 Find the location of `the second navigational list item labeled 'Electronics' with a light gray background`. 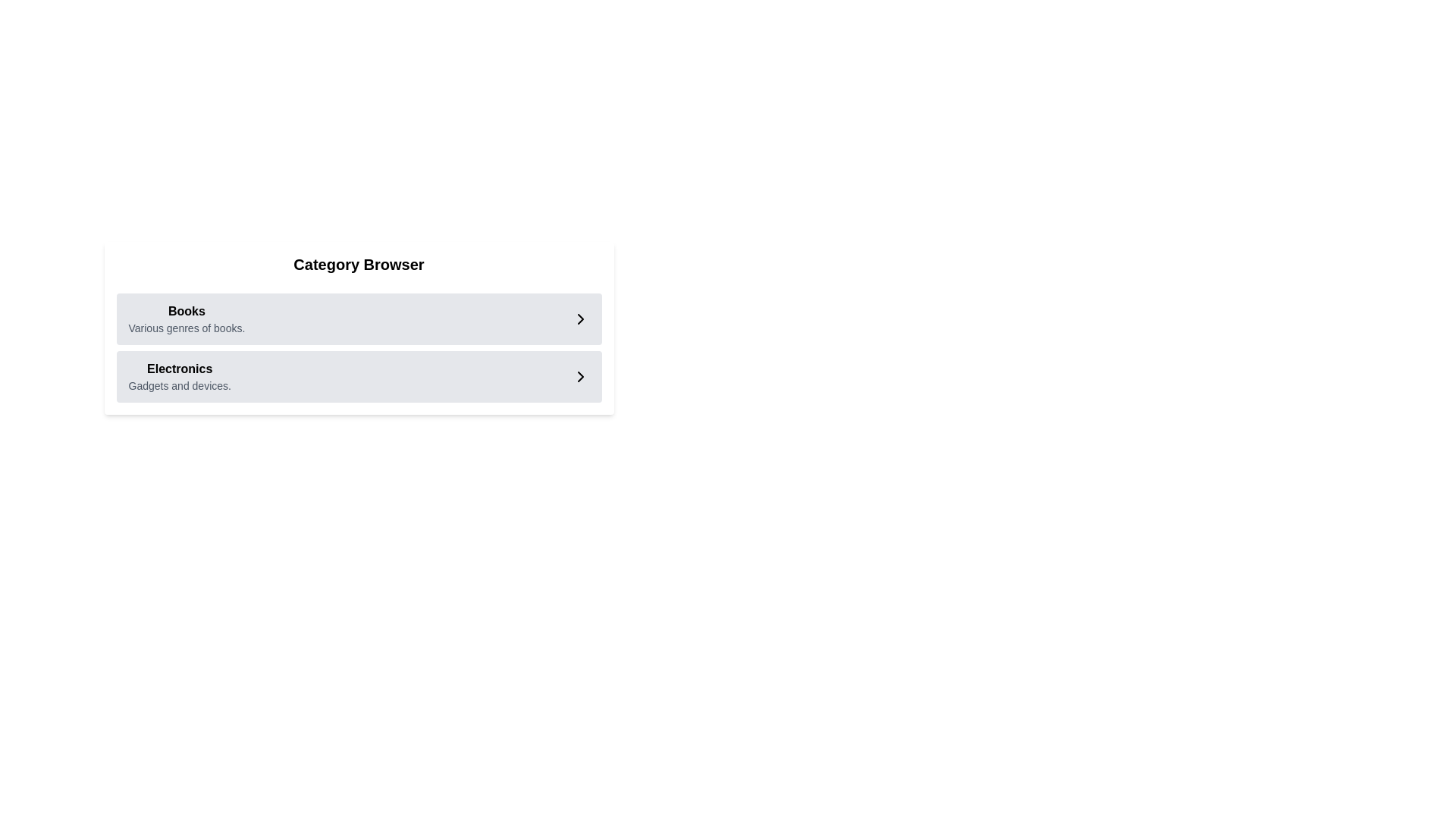

the second navigational list item labeled 'Electronics' with a light gray background is located at coordinates (358, 376).